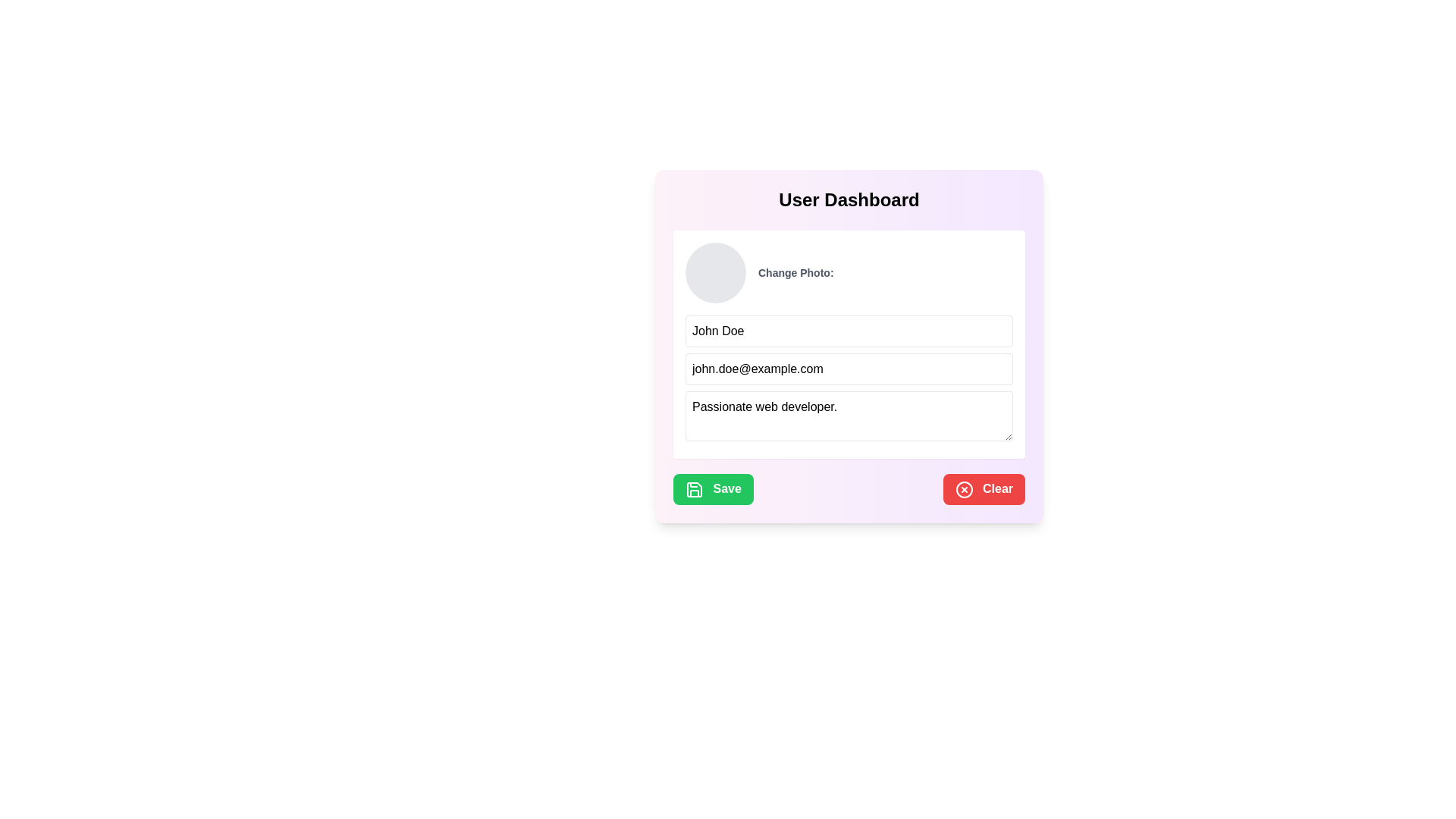  What do you see at coordinates (848, 199) in the screenshot?
I see `the header title text label located at the top center of the purple-pink gradient card, which provides context for the section` at bounding box center [848, 199].